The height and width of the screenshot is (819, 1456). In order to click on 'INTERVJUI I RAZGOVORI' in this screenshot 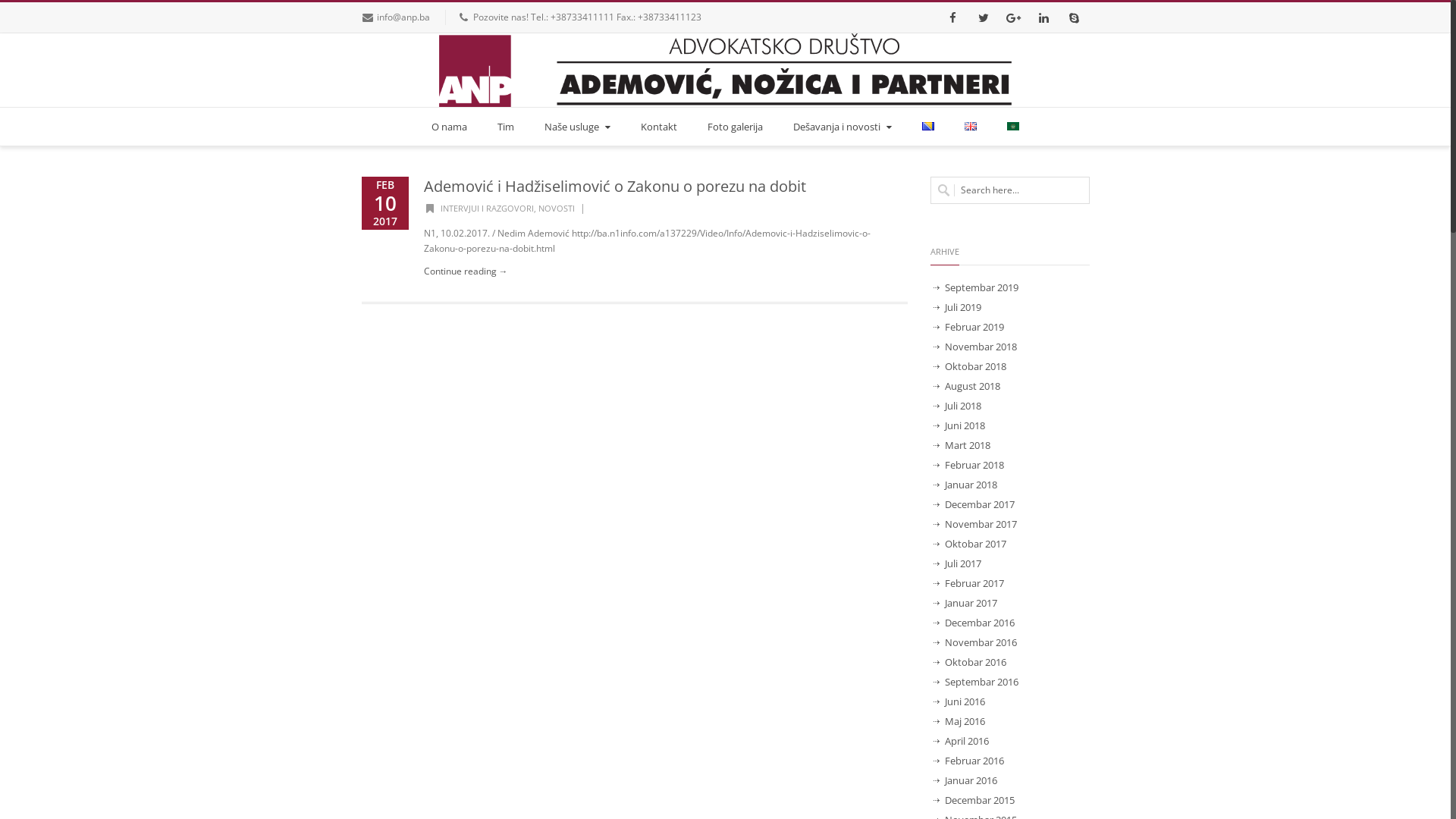, I will do `click(487, 208)`.